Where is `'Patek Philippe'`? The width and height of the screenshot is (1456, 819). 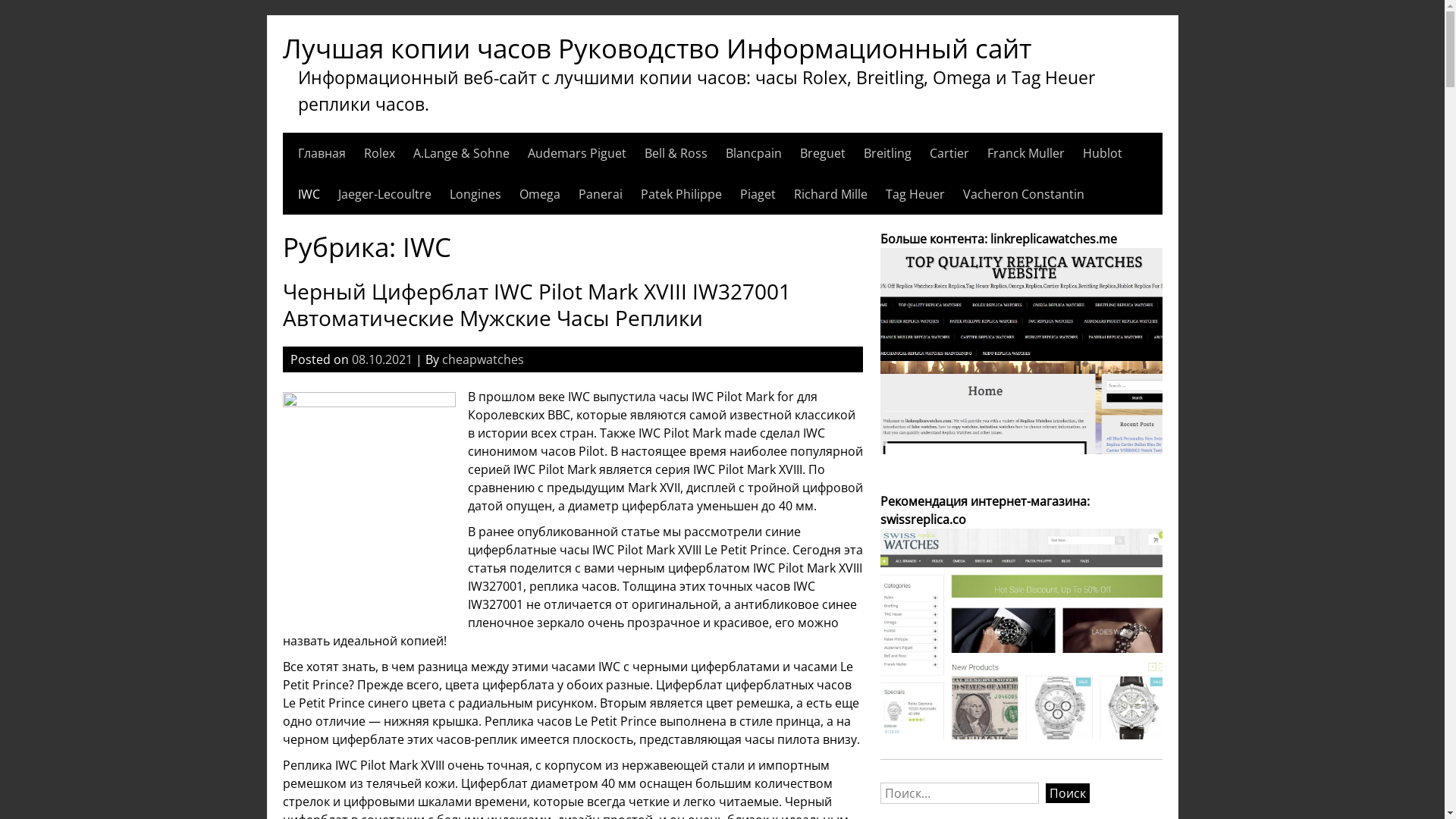
'Patek Philippe' is located at coordinates (679, 193).